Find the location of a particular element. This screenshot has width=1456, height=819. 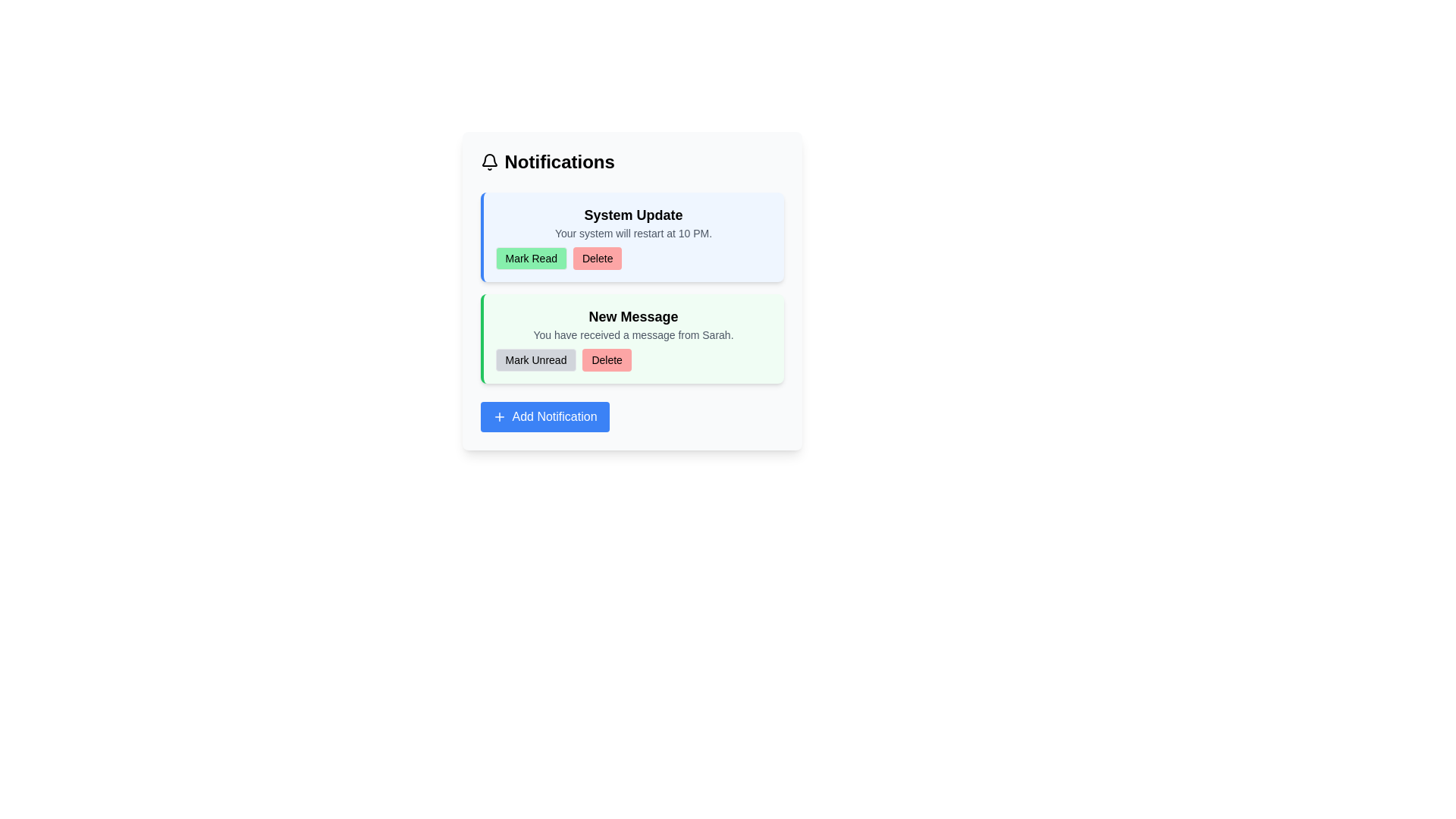

the 'Delete' button in the Action Bar located below the 'System Update' notification is located at coordinates (633, 257).